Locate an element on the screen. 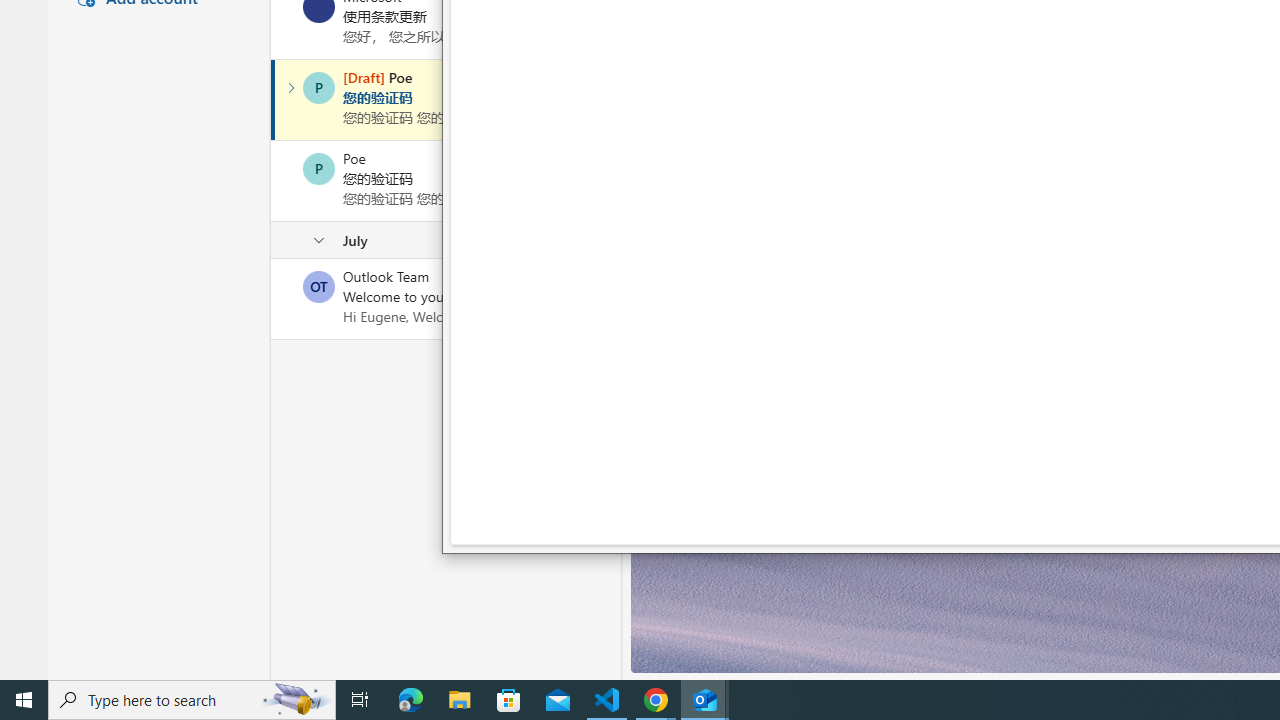  'Start' is located at coordinates (24, 698).